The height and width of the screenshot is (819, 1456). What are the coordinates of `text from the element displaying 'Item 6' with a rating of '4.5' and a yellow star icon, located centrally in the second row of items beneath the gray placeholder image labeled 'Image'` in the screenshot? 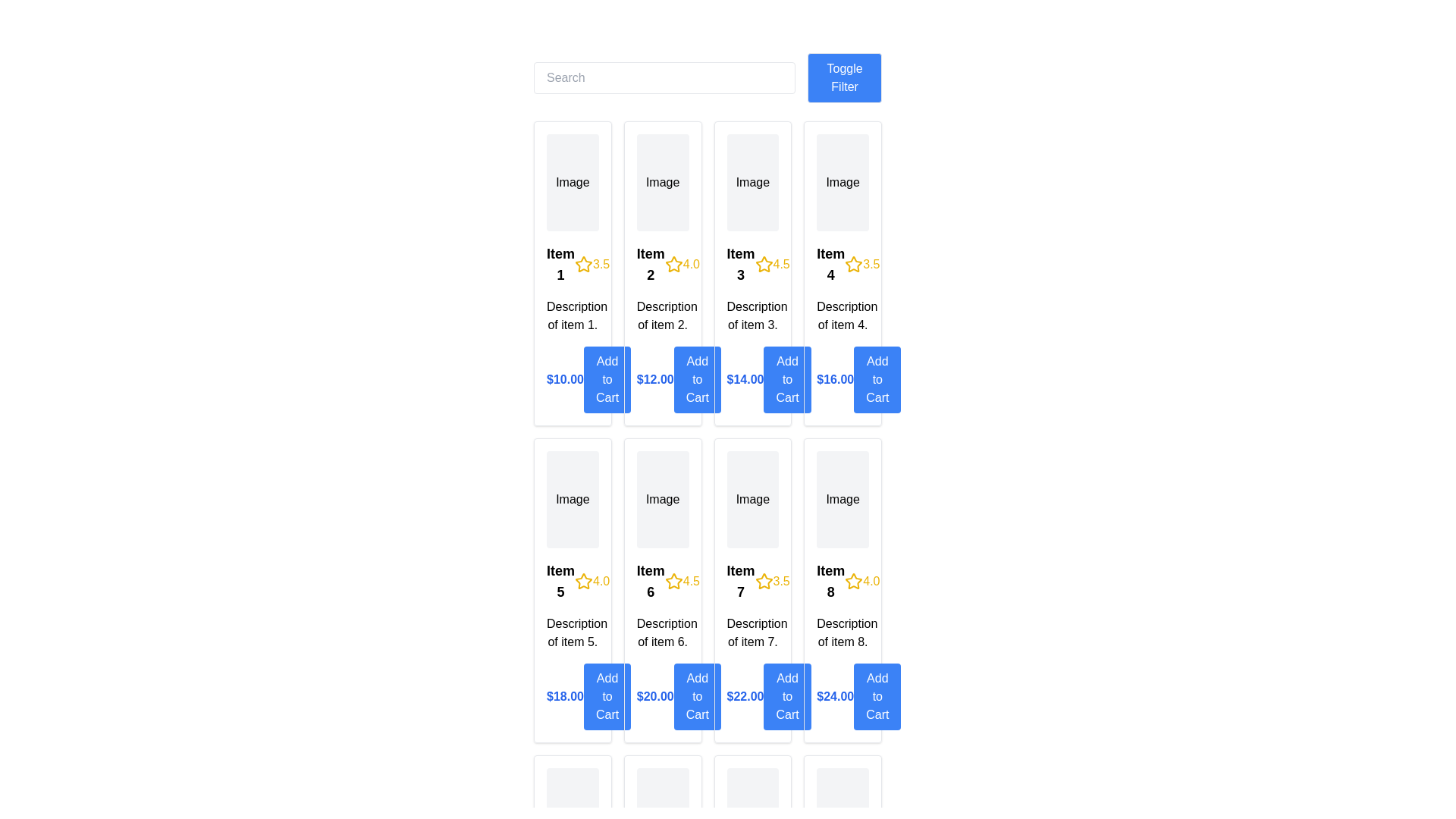 It's located at (663, 581).